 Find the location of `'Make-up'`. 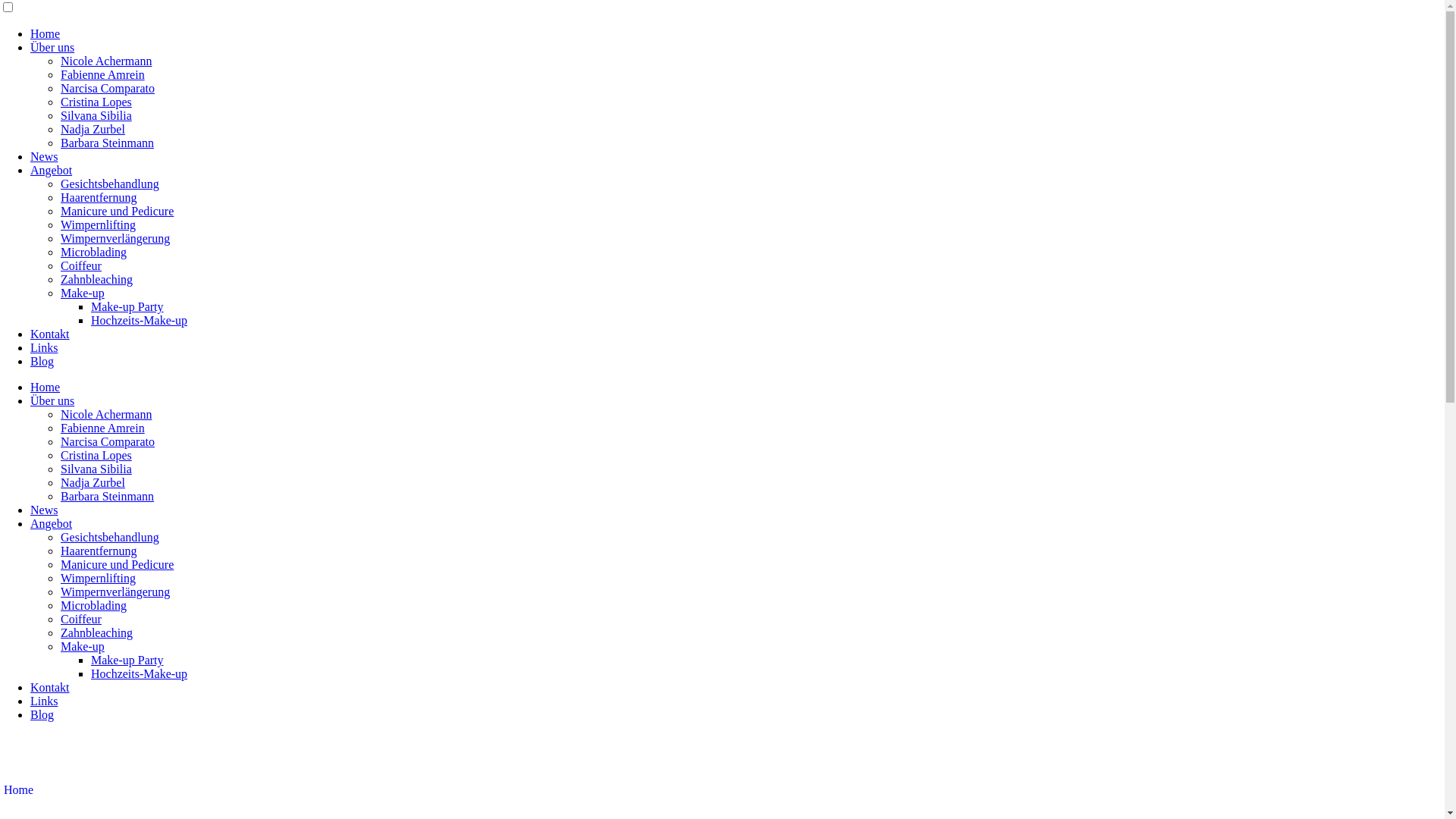

'Make-up' is located at coordinates (61, 293).